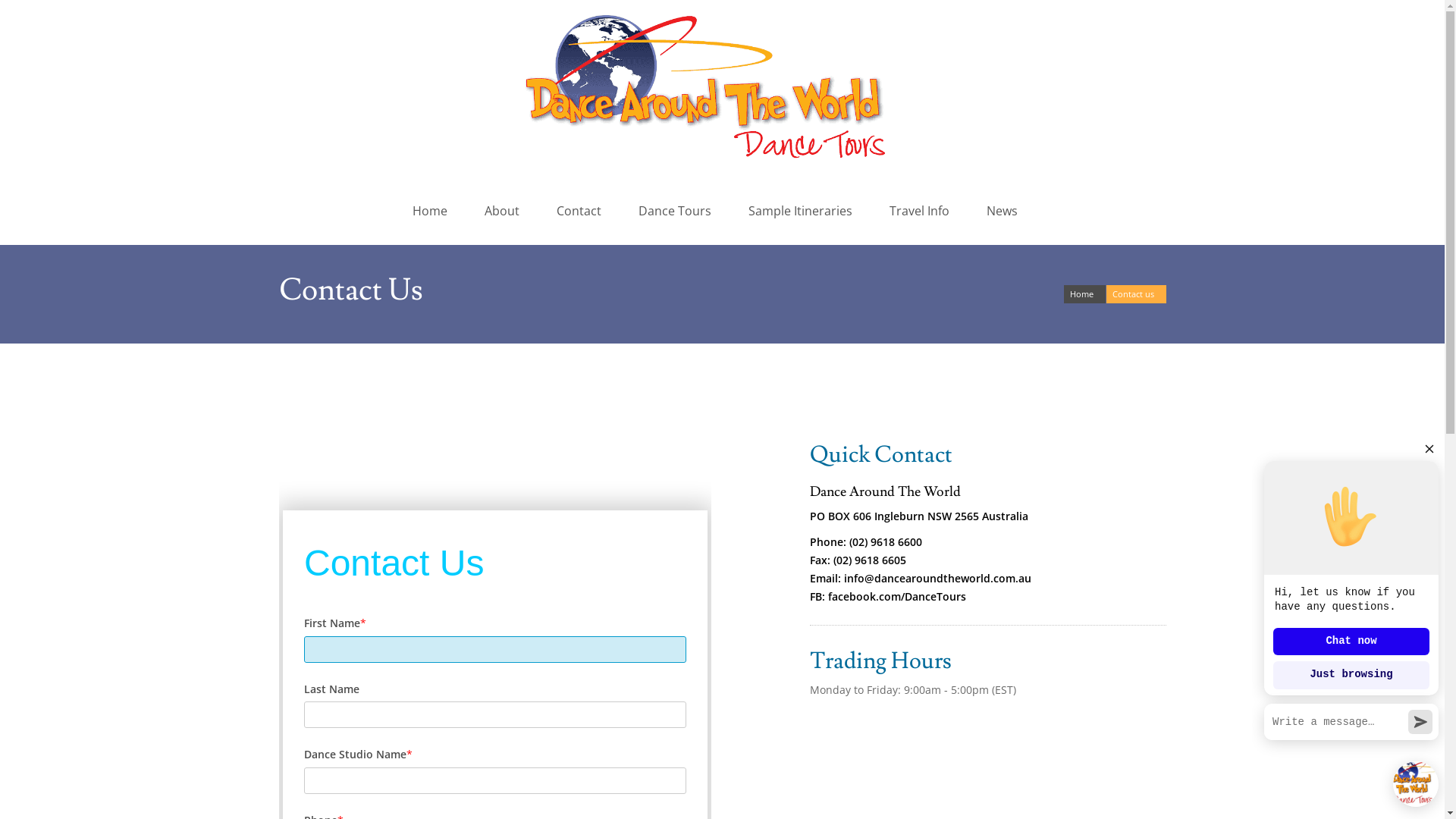 The image size is (1456, 819). What do you see at coordinates (581, 210) in the screenshot?
I see `'Contact'` at bounding box center [581, 210].